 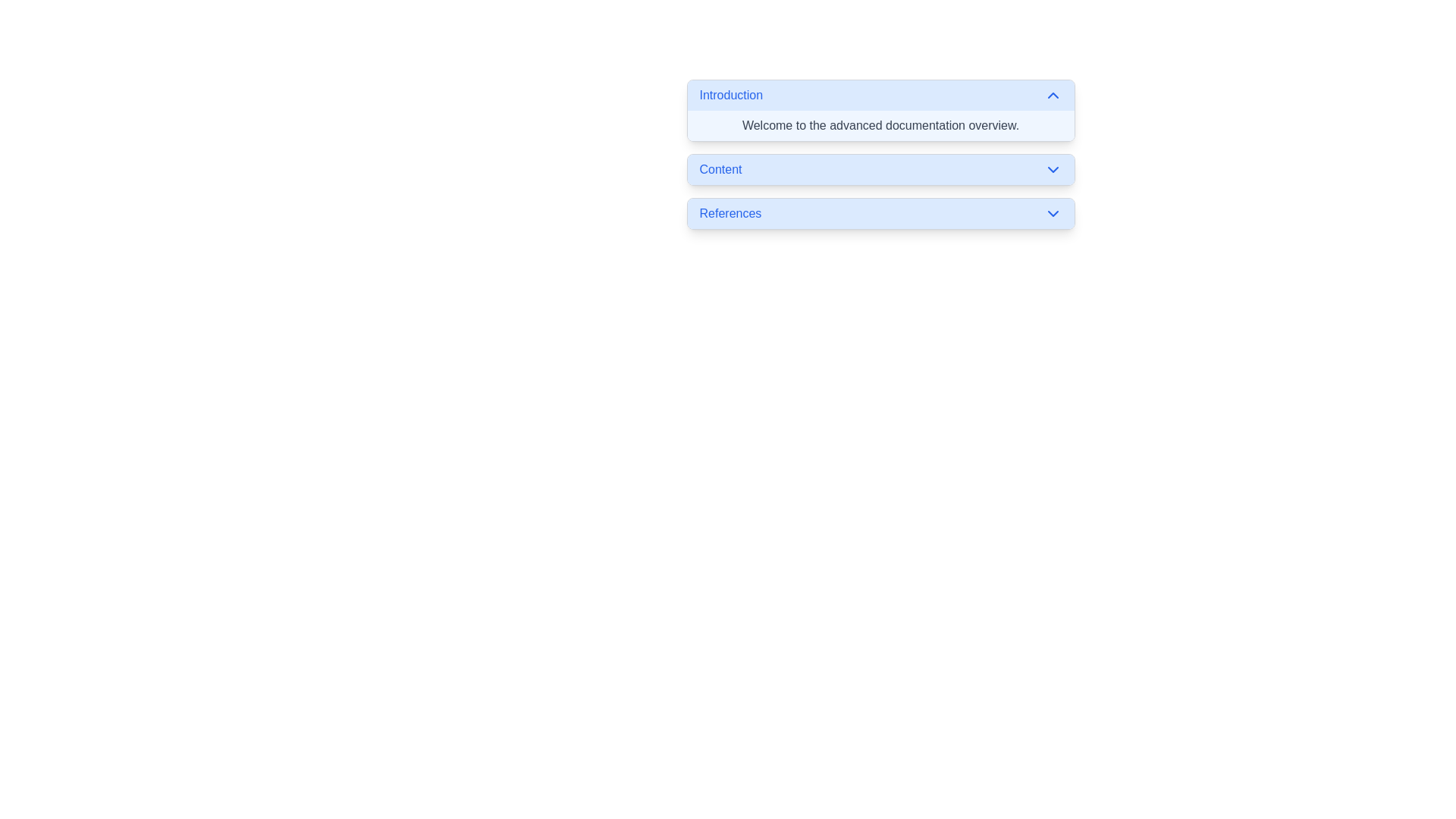 What do you see at coordinates (880, 124) in the screenshot?
I see `the static text block that displays the phrase 'Welcome to the advanced documentation overview.' with a light blue background and dark gray text, located under the 'Introduction' section in the collapsible menu` at bounding box center [880, 124].